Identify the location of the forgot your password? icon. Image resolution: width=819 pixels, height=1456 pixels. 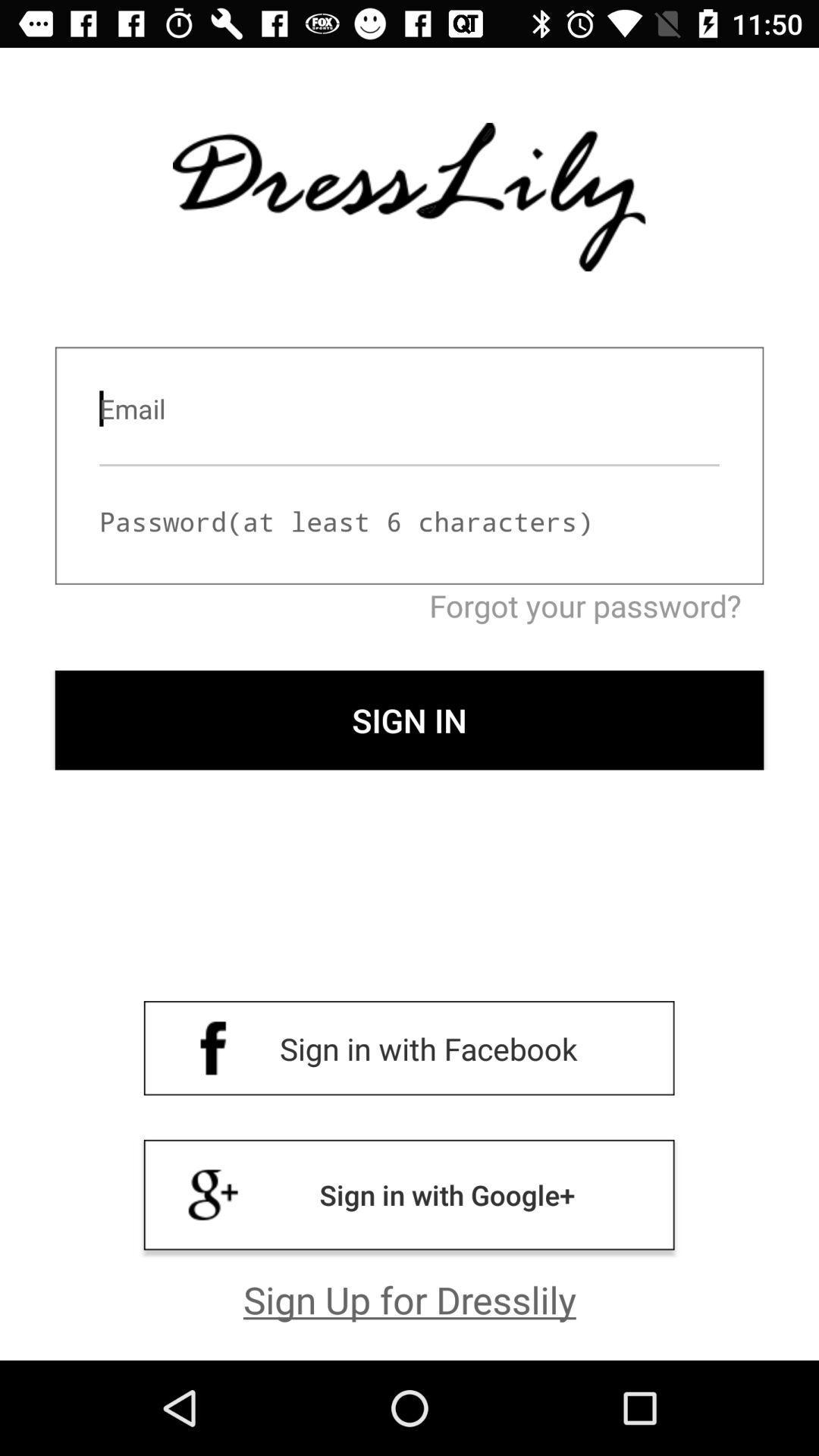
(409, 604).